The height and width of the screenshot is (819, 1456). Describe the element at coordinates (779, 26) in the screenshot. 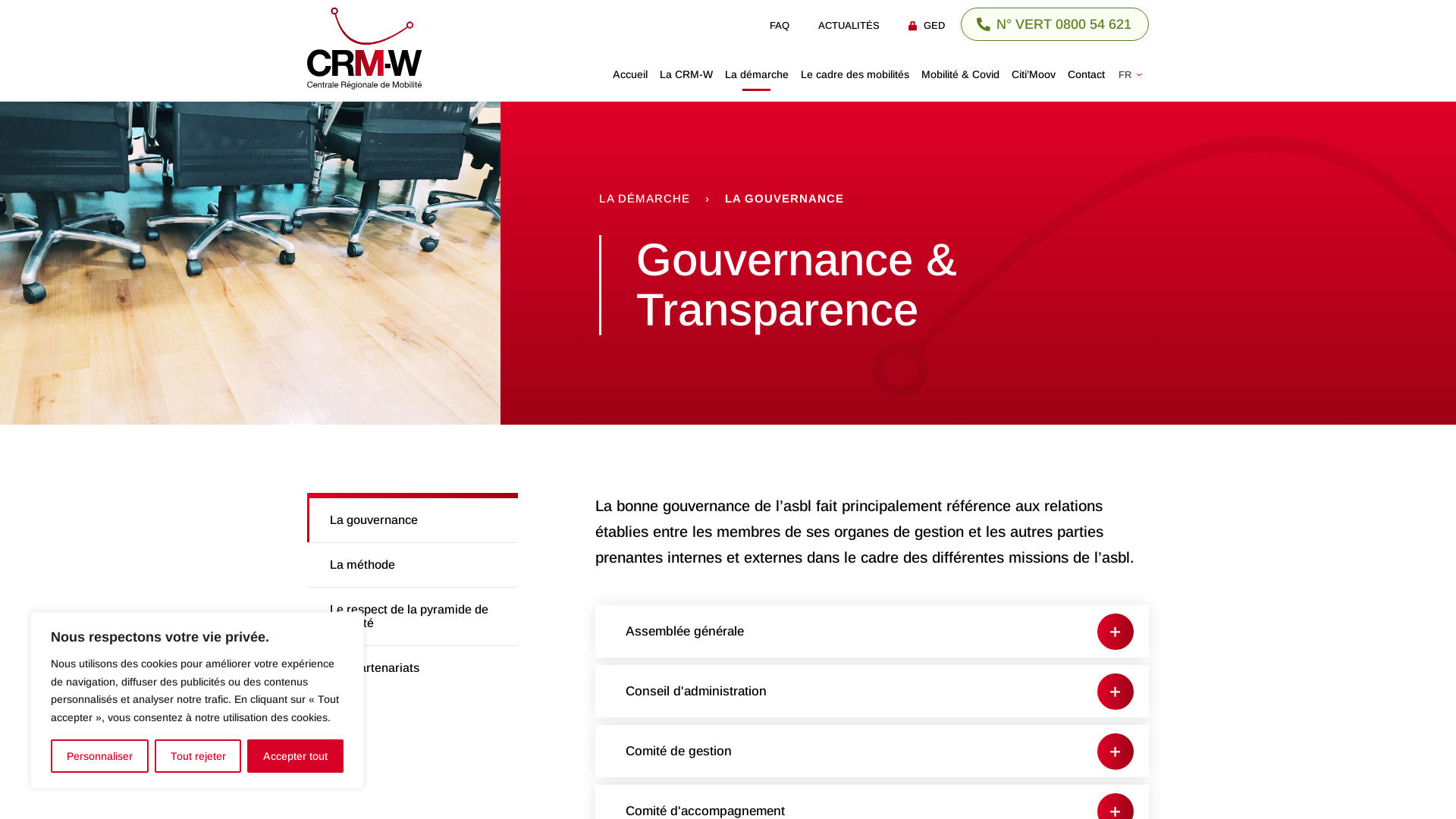

I see `'FAQ'` at that location.